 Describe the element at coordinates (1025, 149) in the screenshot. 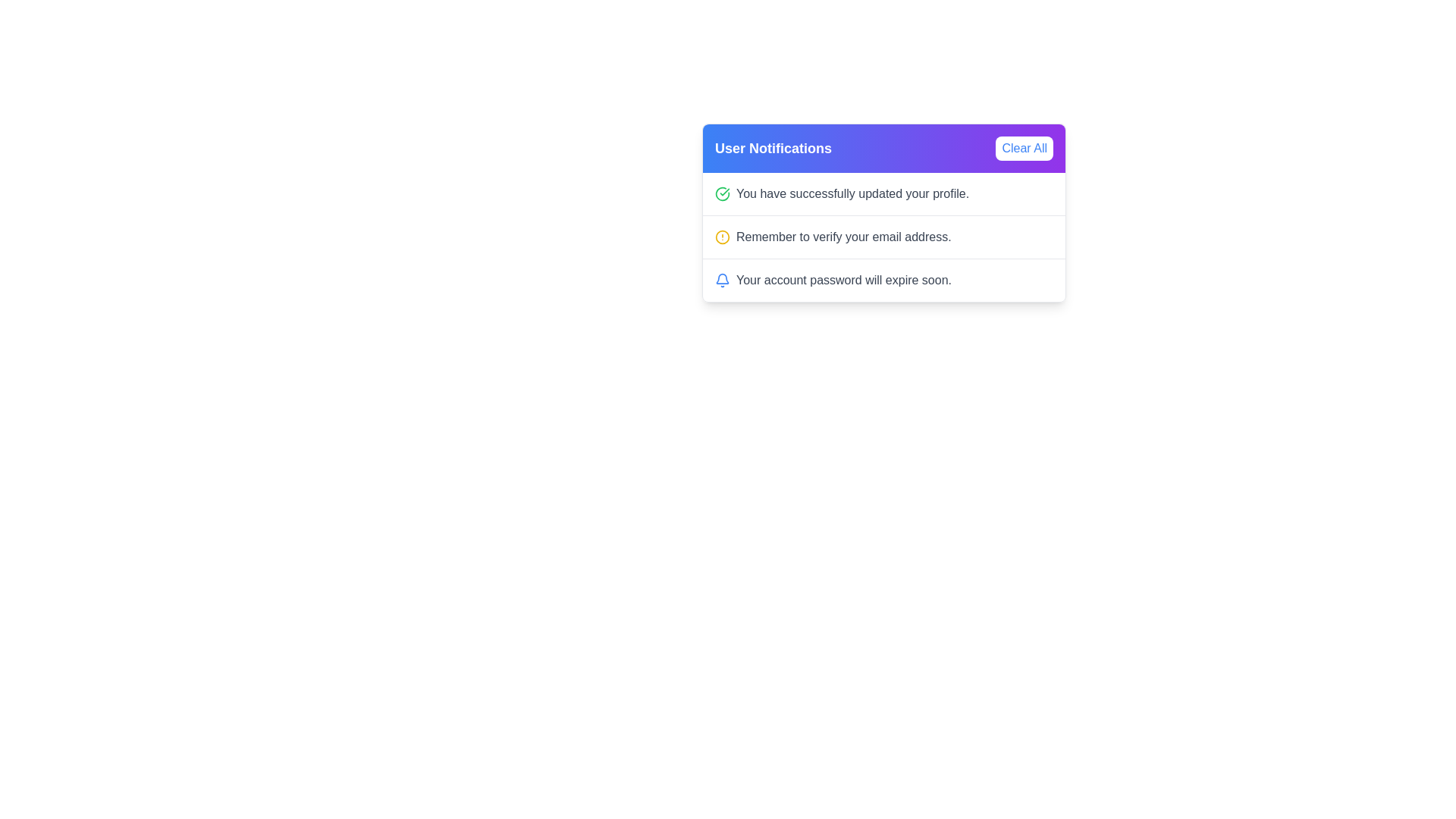

I see `the clear/reset notifications button located in the top-right corner of the 'User Notifications' section` at that location.